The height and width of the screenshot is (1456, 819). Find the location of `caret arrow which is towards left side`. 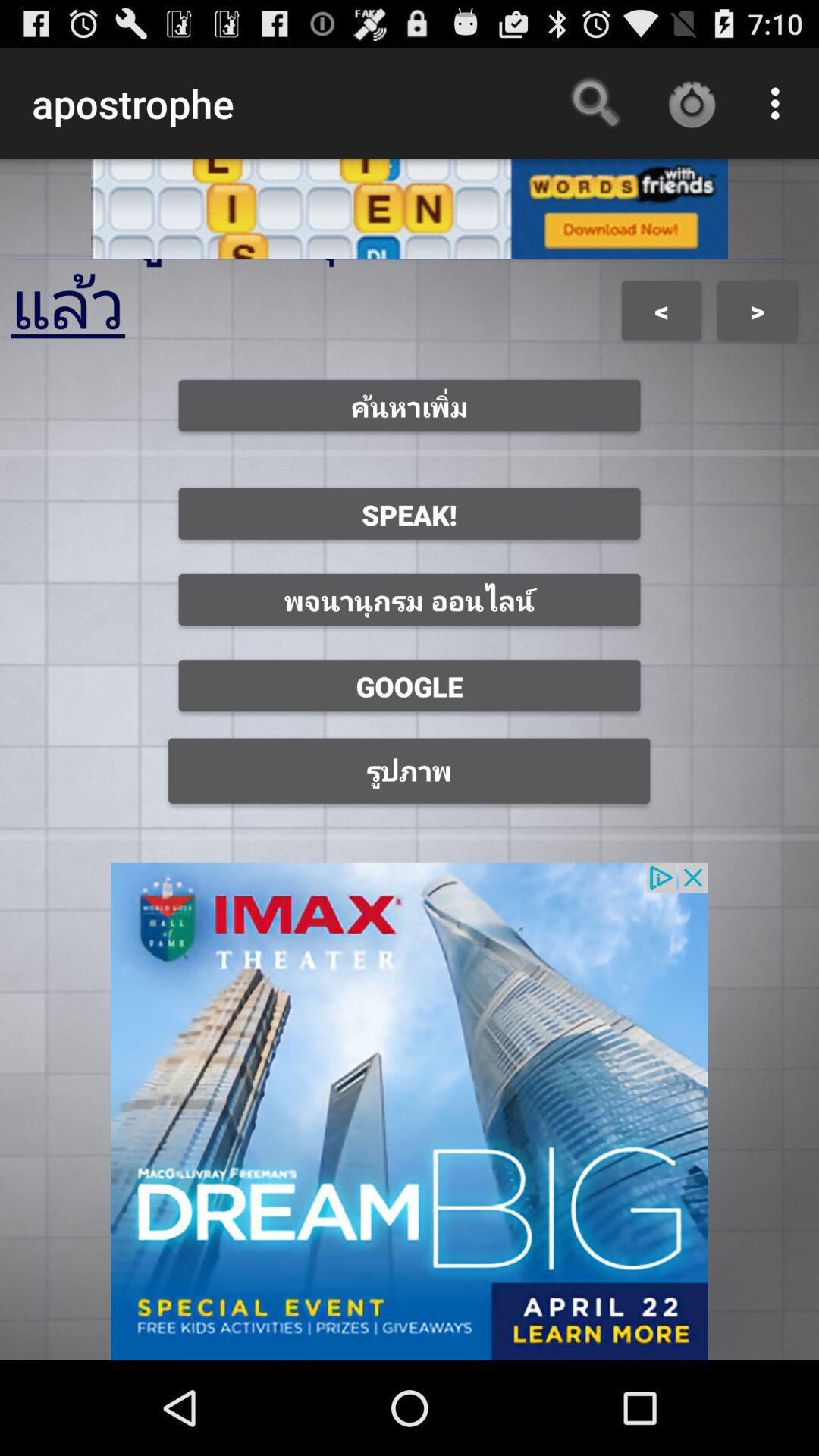

caret arrow which is towards left side is located at coordinates (660, 309).